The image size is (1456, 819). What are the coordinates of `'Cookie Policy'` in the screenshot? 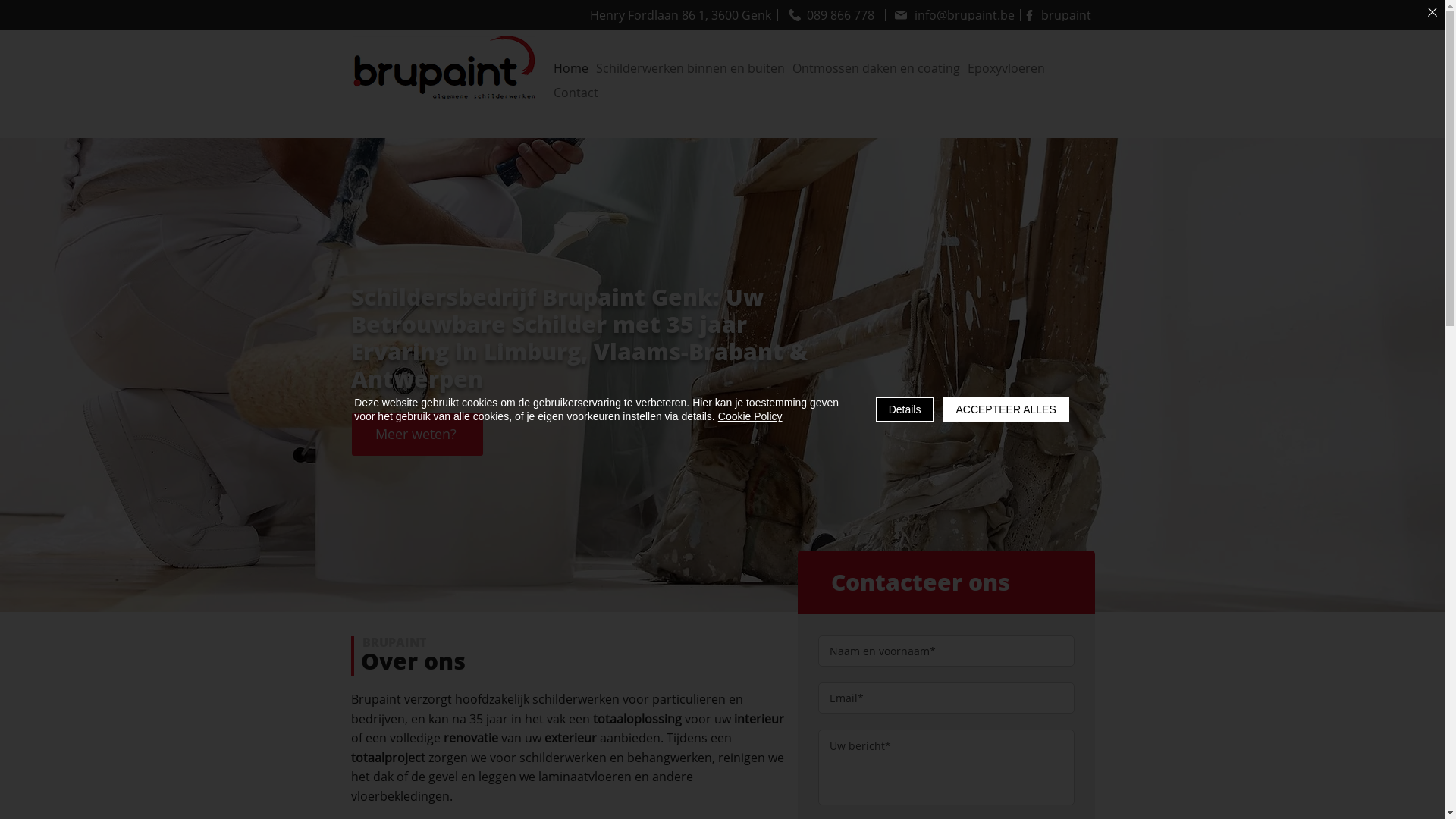 It's located at (750, 416).